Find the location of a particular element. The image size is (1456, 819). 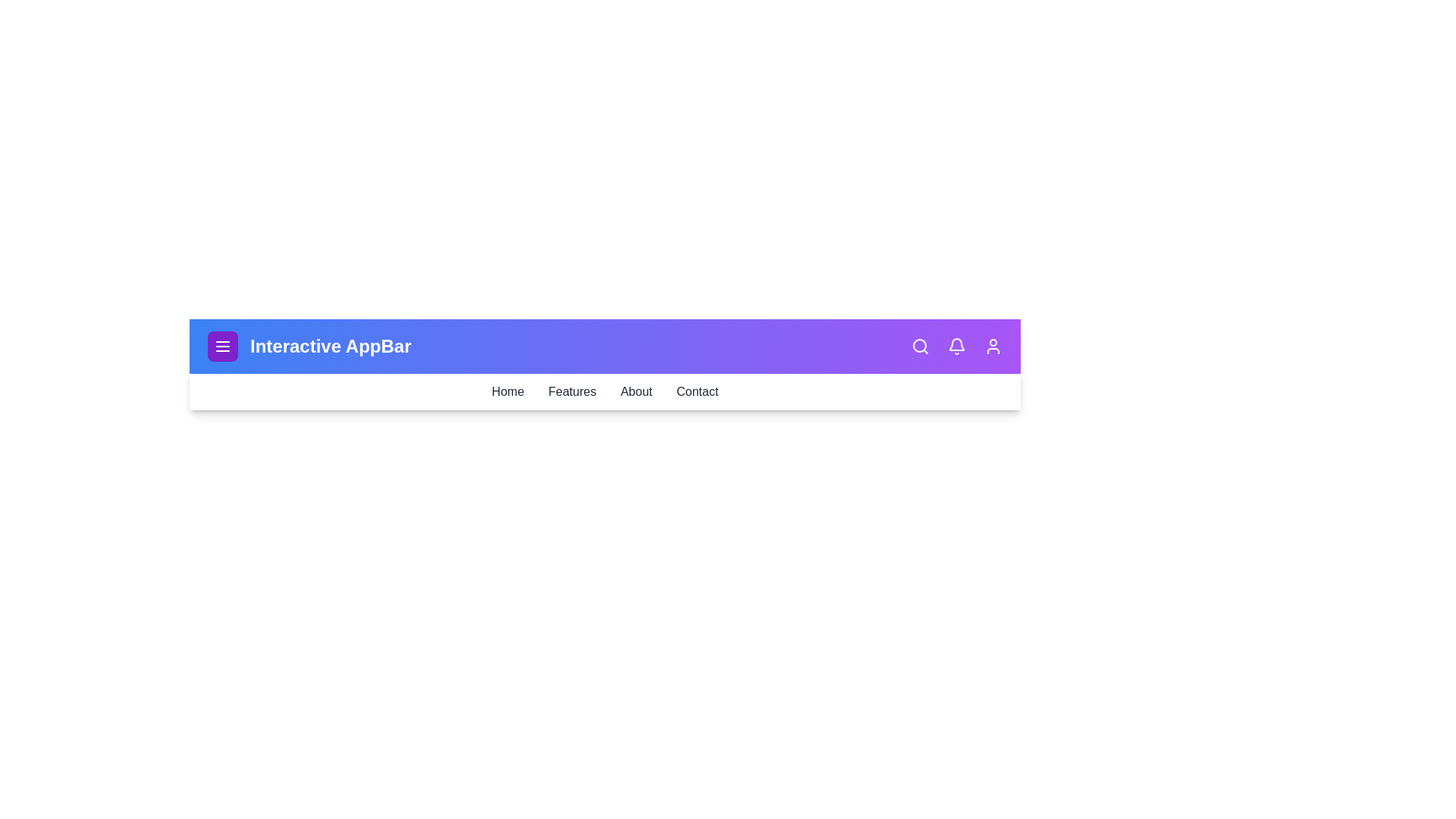

the About link in the navigation menu is located at coordinates (636, 391).